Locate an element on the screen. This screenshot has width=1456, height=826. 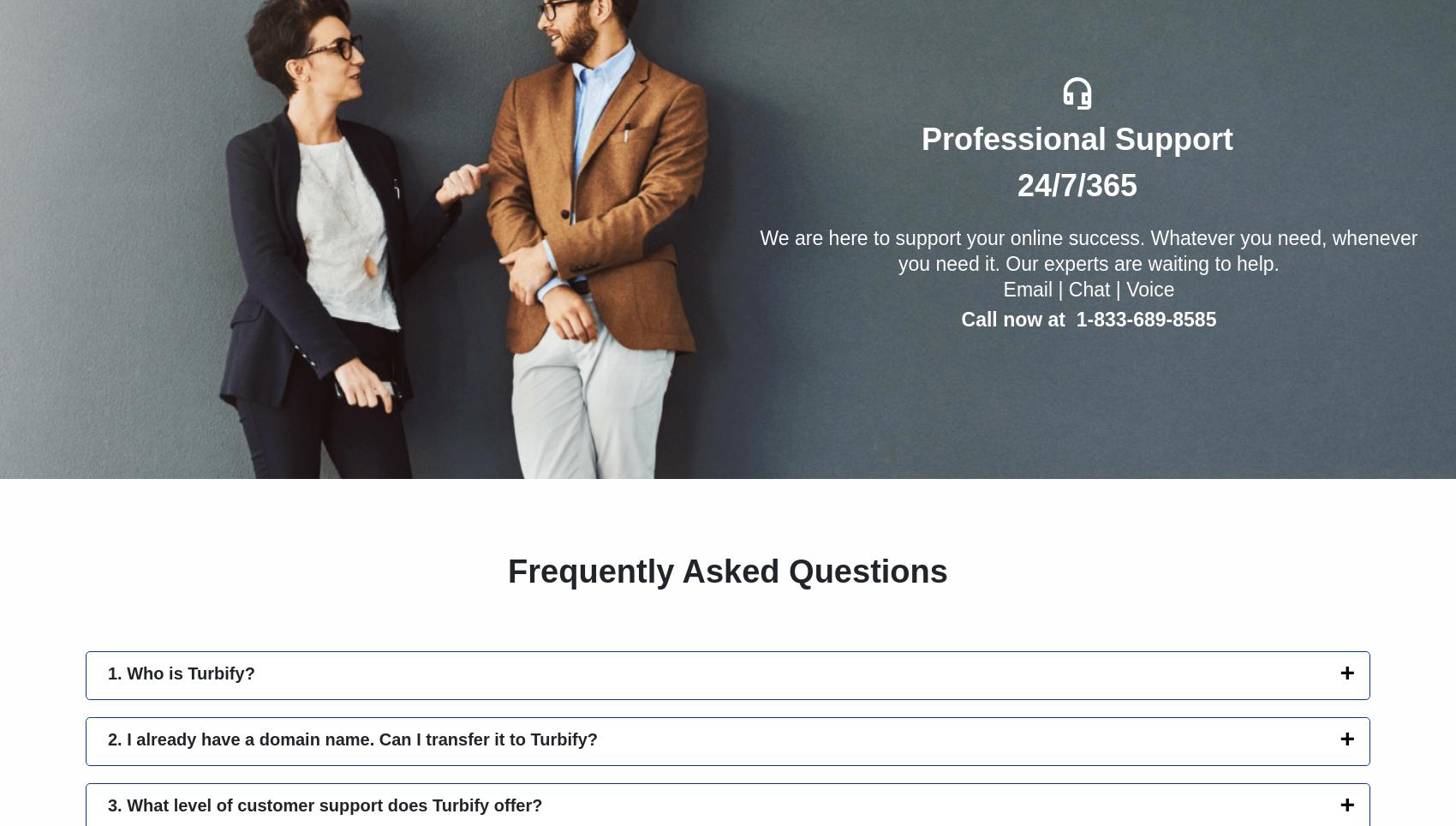
'24/7/365' is located at coordinates (1076, 185).